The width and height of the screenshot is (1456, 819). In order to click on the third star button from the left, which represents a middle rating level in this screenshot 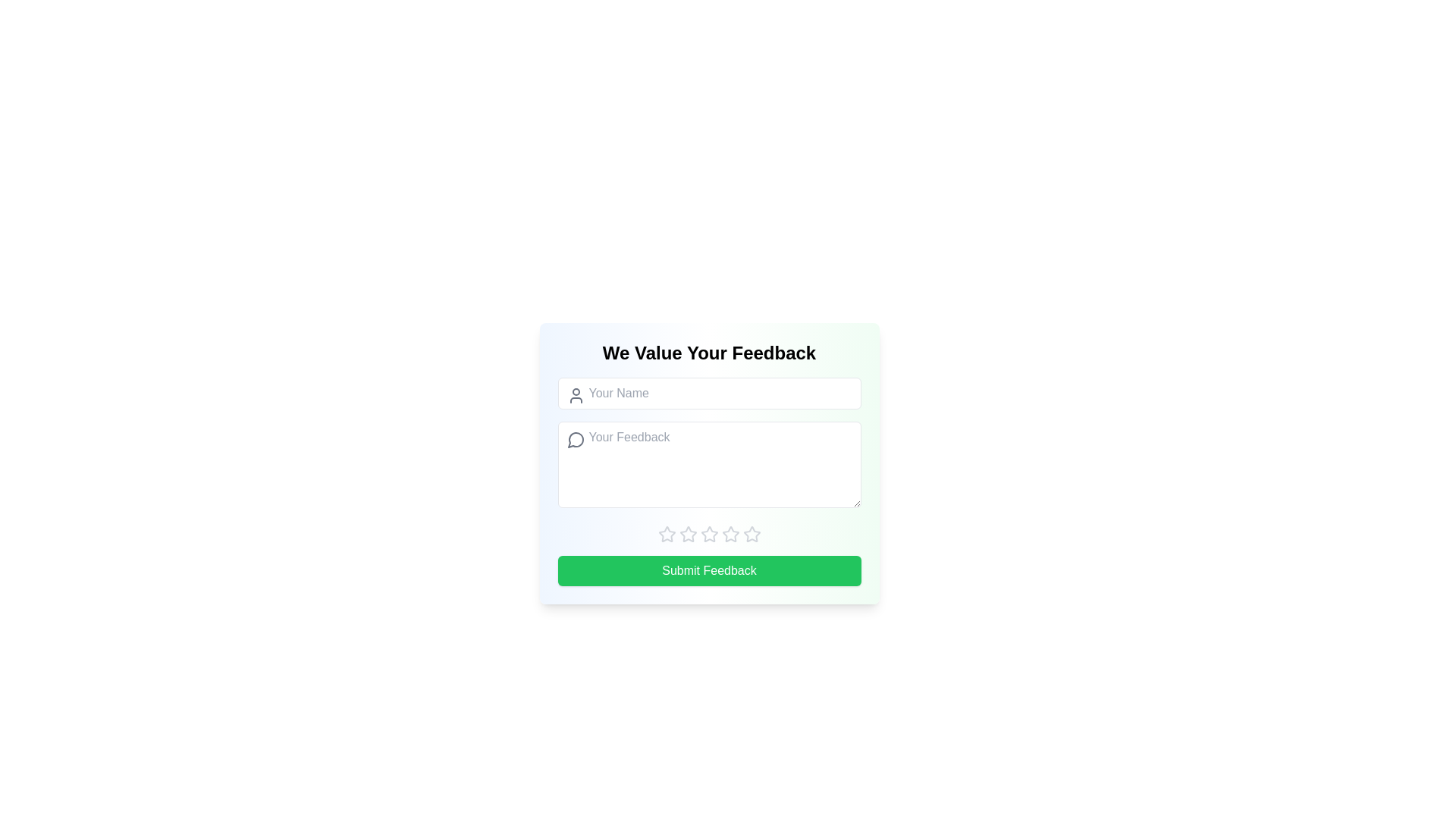, I will do `click(730, 533)`.